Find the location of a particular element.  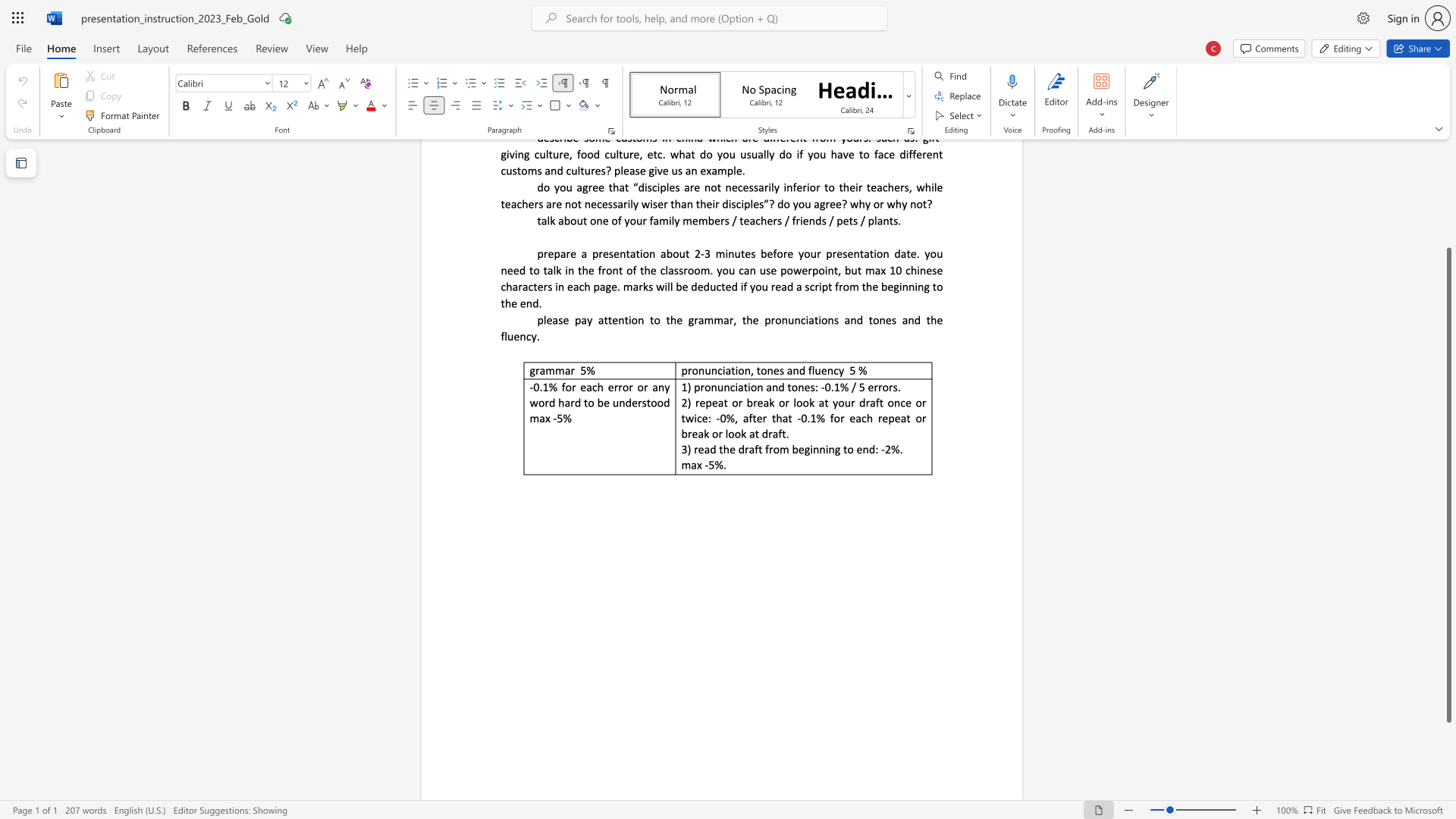

the scrollbar on the side is located at coordinates (1448, 158).